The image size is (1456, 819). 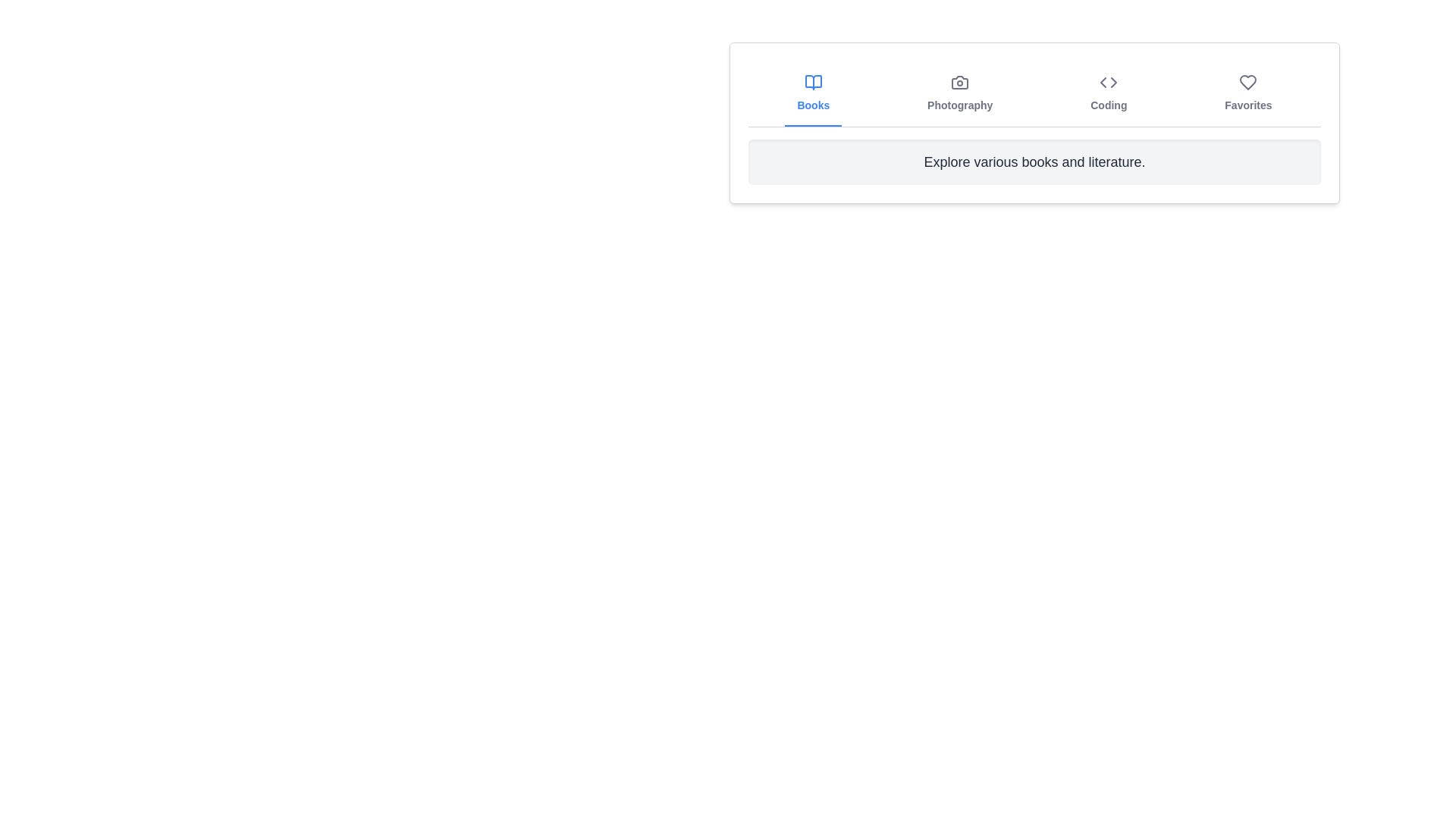 I want to click on the camera icon in the top navigation bar, so click(x=959, y=82).